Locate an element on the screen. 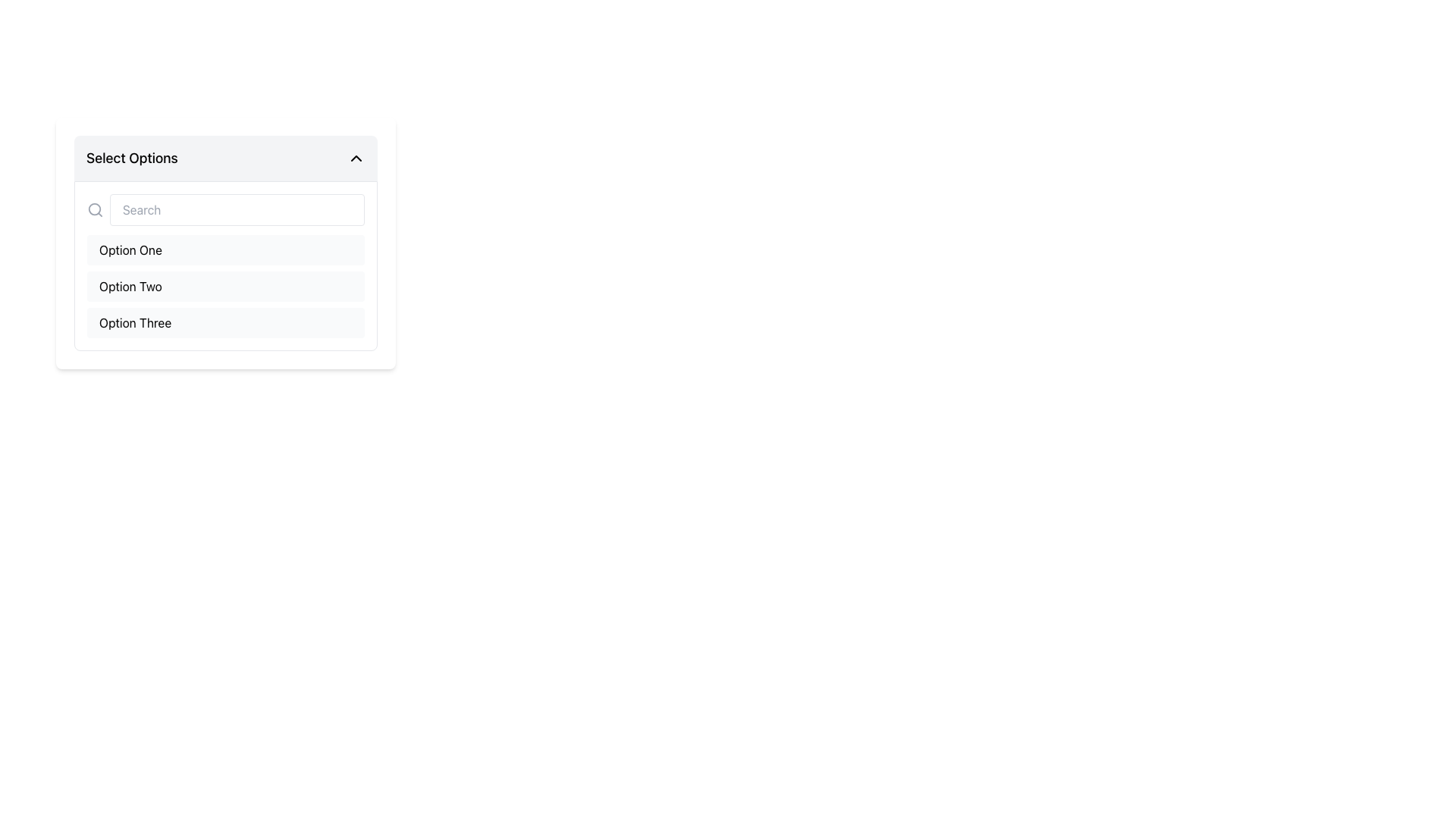 This screenshot has width=1456, height=819. the List Item labeled 'Option One', which is the first item in the dropdown menu located under the search bar is located at coordinates (224, 249).